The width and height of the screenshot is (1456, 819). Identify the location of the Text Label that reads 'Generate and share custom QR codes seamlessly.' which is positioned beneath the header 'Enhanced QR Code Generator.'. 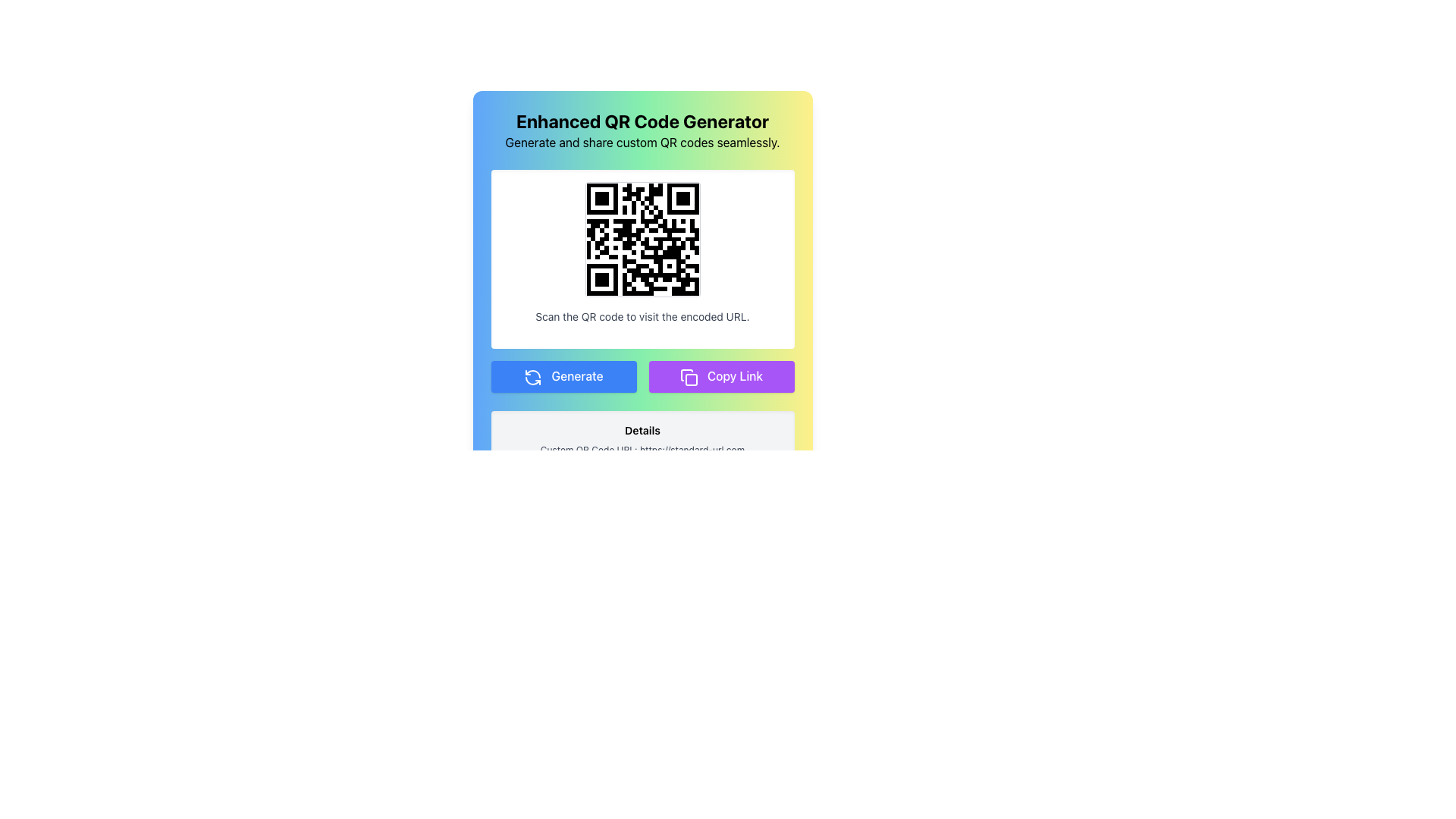
(642, 143).